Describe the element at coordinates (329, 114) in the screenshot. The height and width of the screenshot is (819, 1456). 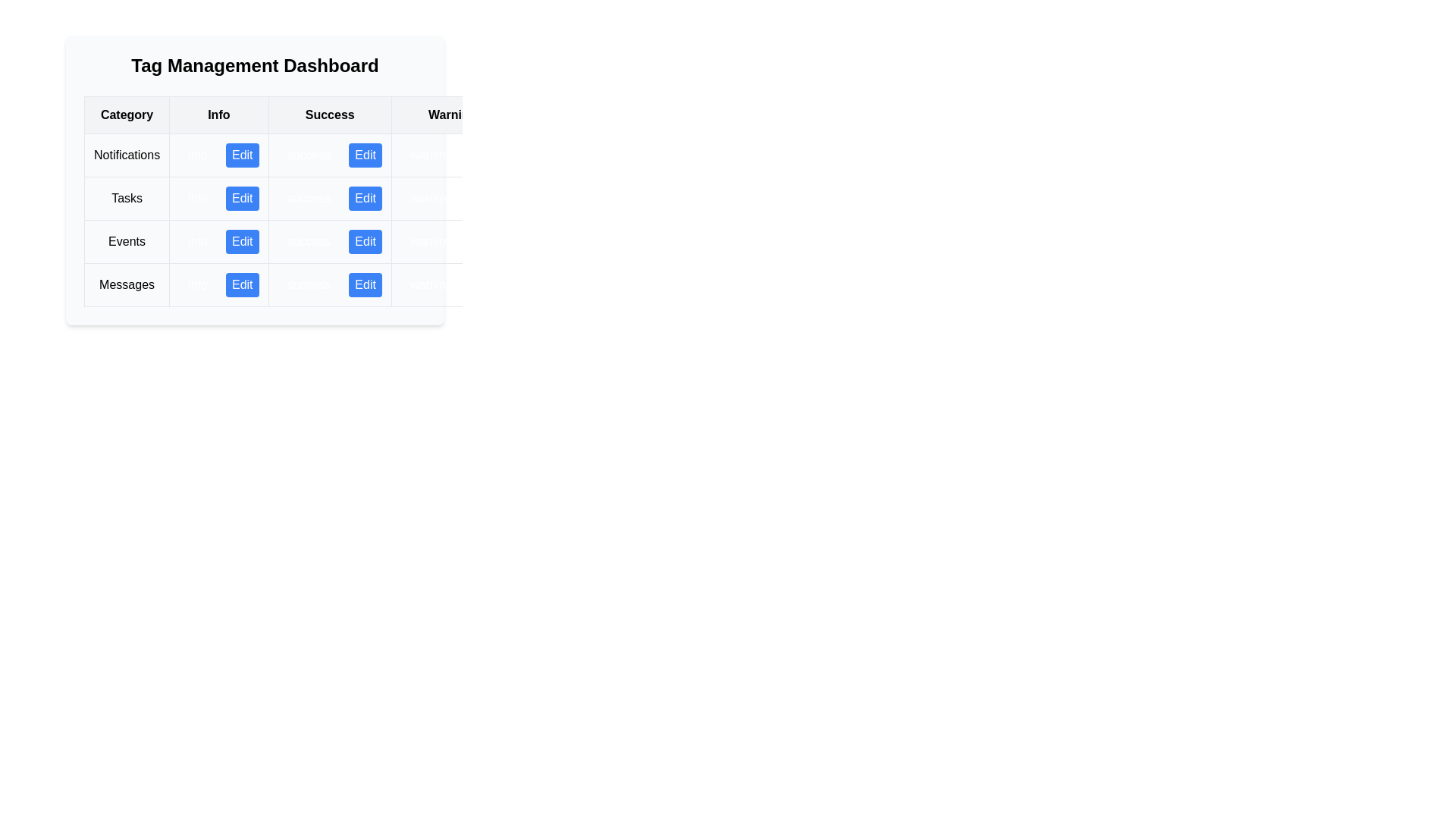
I see `the Table Header Cell labeled 'Success', which is the third column header in a five-column table, positioned at the top section of the interface` at that location.